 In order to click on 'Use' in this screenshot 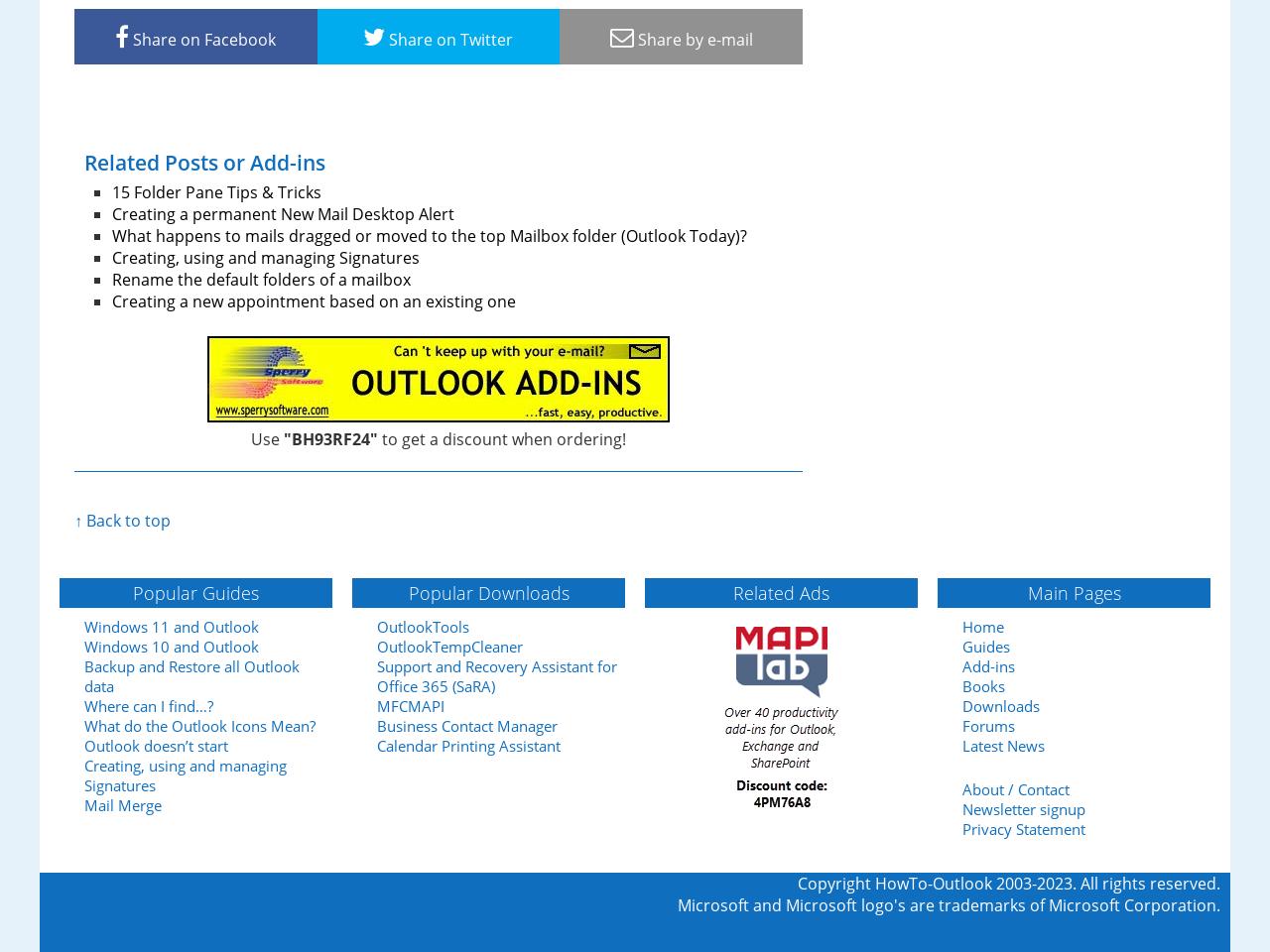, I will do `click(266, 439)`.